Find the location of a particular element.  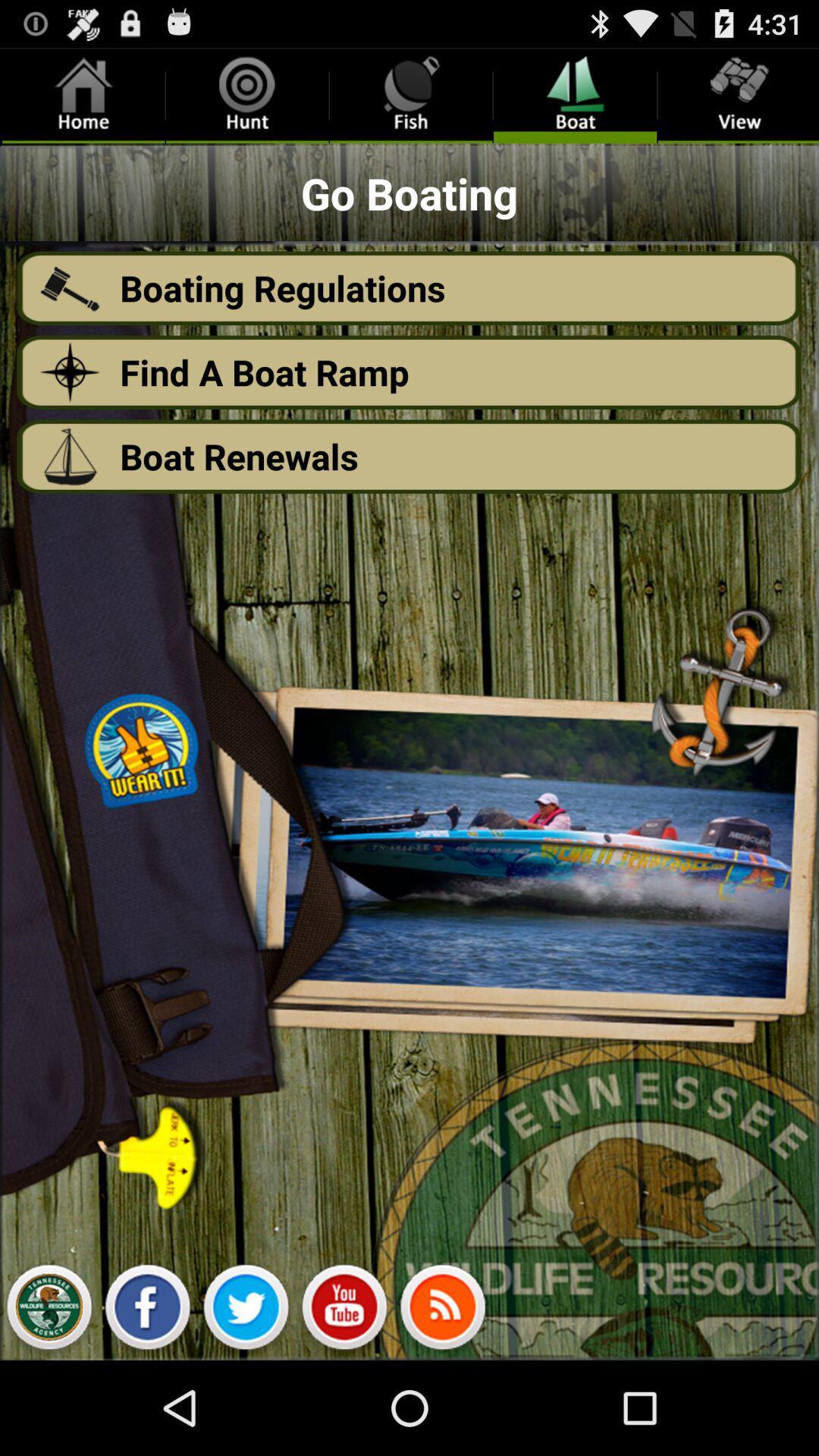

click on facebook is located at coordinates (147, 1310).